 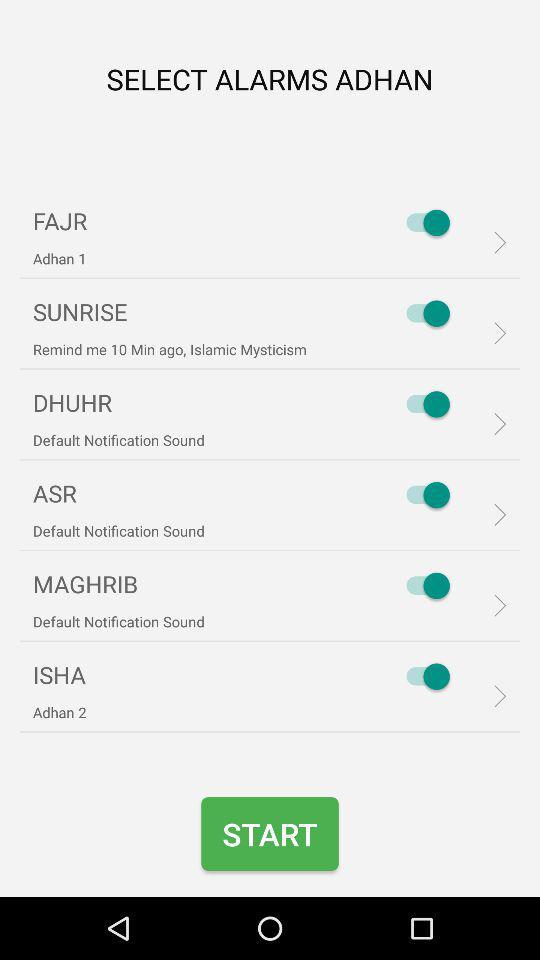 What do you see at coordinates (422, 313) in the screenshot?
I see `sunrise alarms` at bounding box center [422, 313].